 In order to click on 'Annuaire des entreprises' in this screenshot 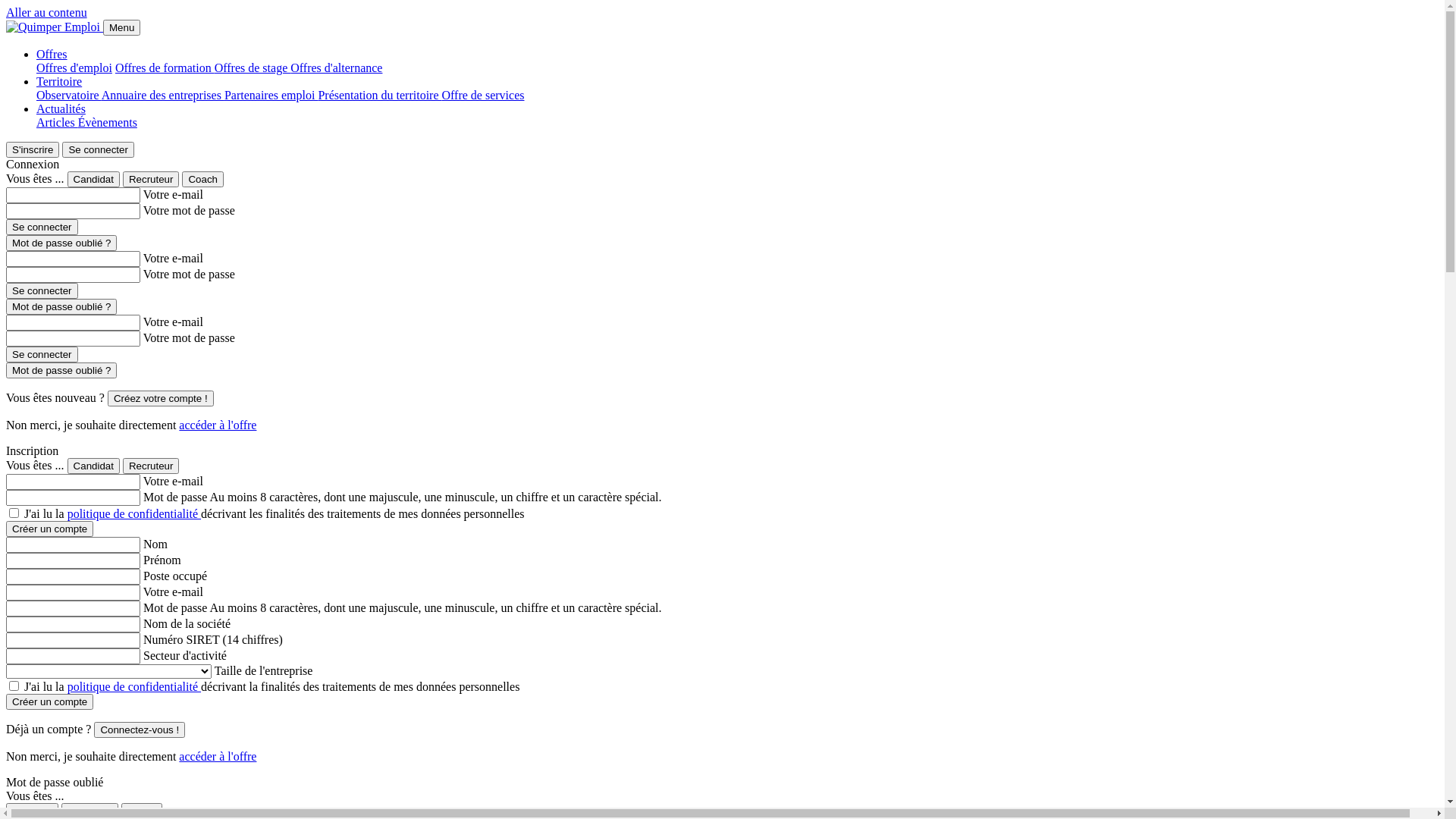, I will do `click(101, 95)`.